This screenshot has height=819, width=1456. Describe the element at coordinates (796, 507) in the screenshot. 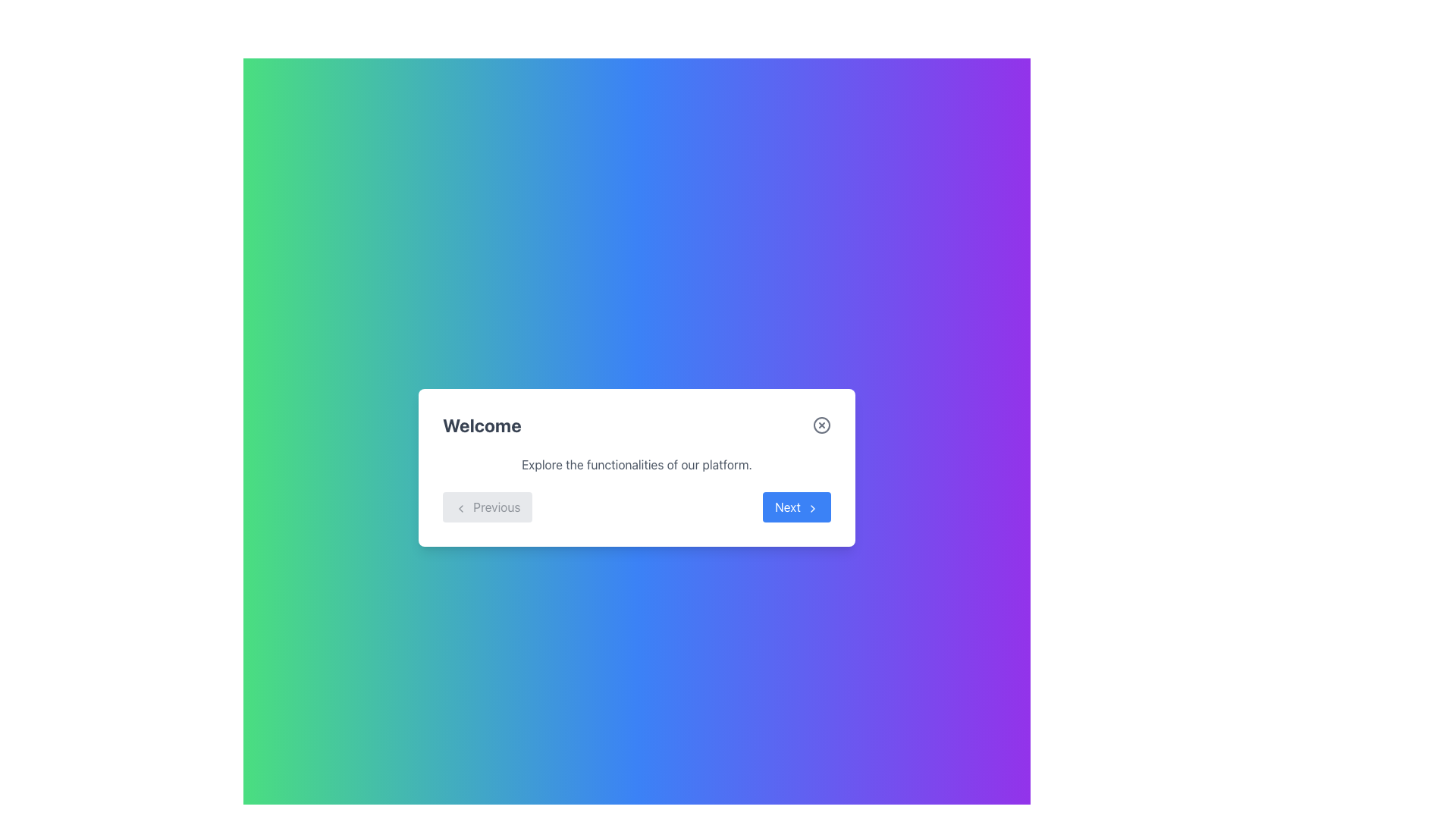

I see `the 'Next' button, which is a rectangular button with a blue background and white text, located in the bottom-right section of a modal dialog` at that location.